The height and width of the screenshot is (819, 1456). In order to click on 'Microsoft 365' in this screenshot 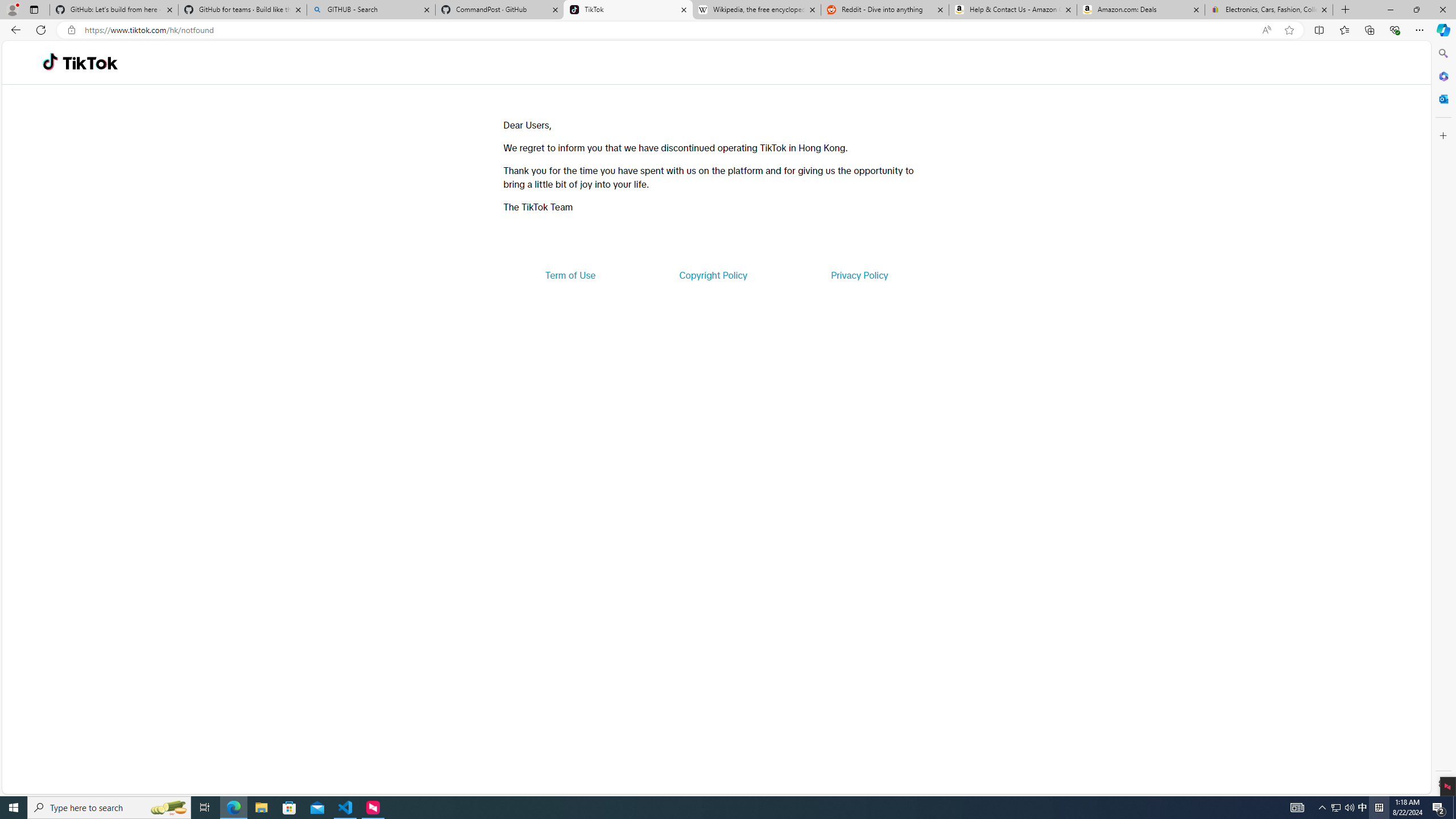, I will do `click(1442, 76)`.